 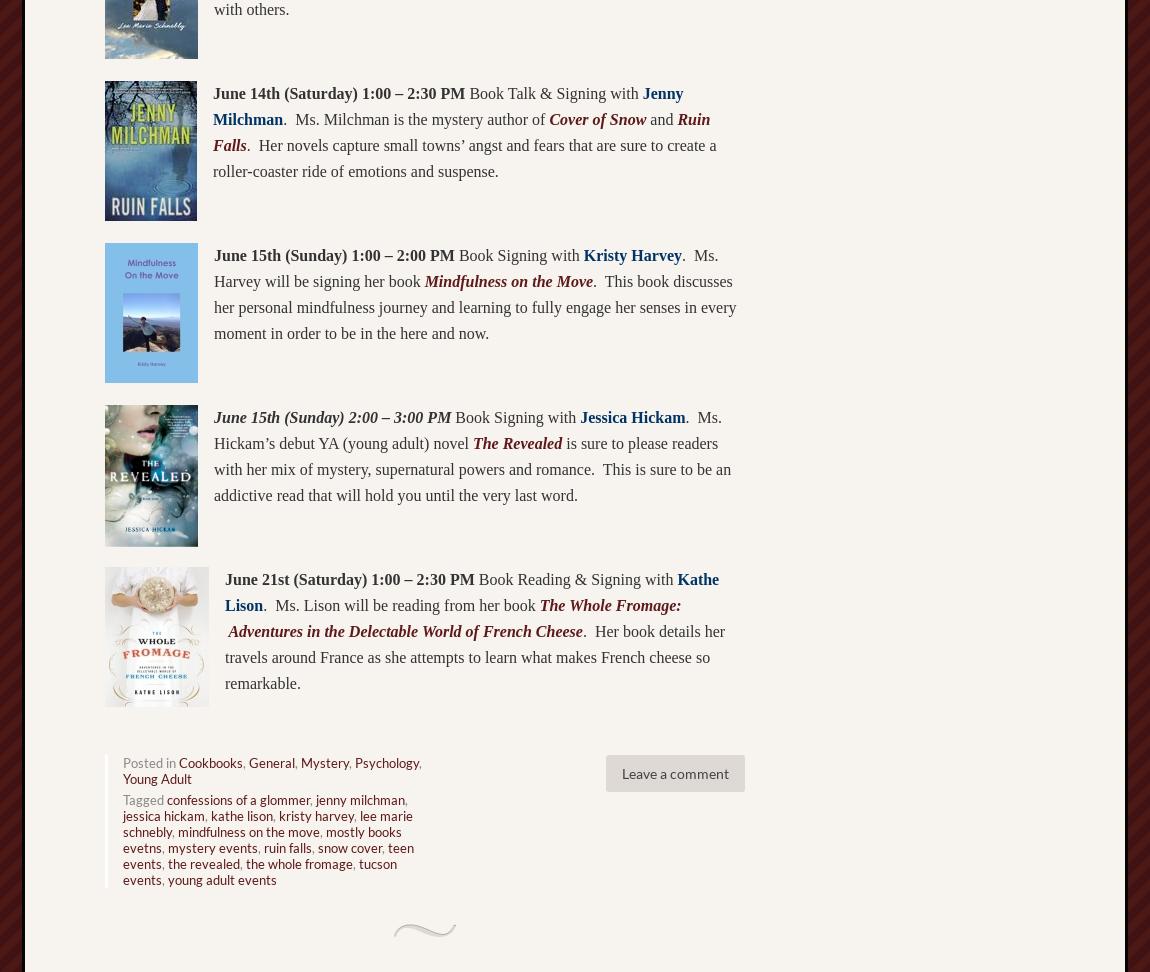 I want to click on 'confessions of a glommer', so click(x=165, y=797).